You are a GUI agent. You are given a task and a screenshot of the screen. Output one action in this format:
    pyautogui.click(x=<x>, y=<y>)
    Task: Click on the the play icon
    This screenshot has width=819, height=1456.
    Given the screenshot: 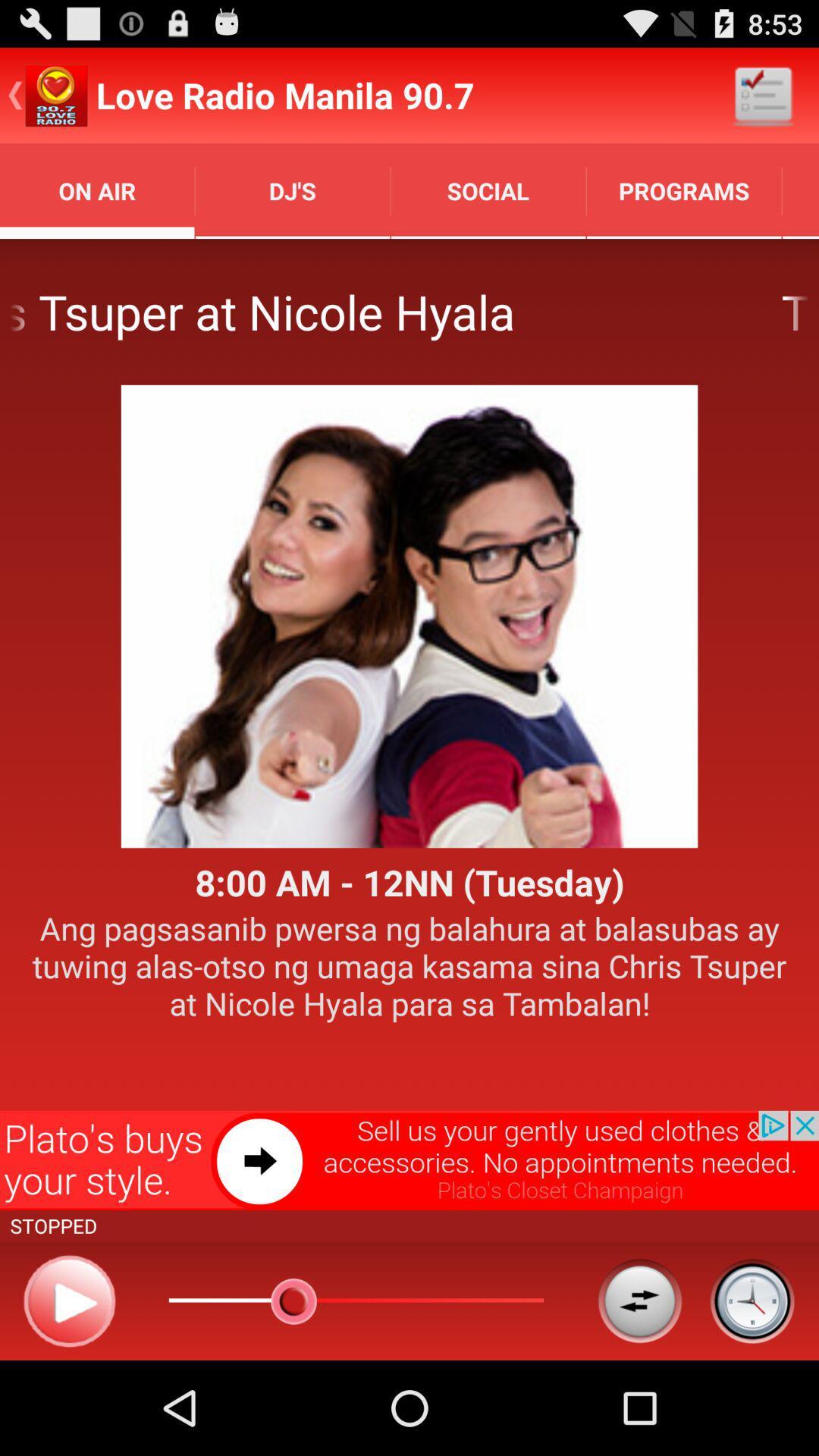 What is the action you would take?
    pyautogui.click(x=69, y=1392)
    